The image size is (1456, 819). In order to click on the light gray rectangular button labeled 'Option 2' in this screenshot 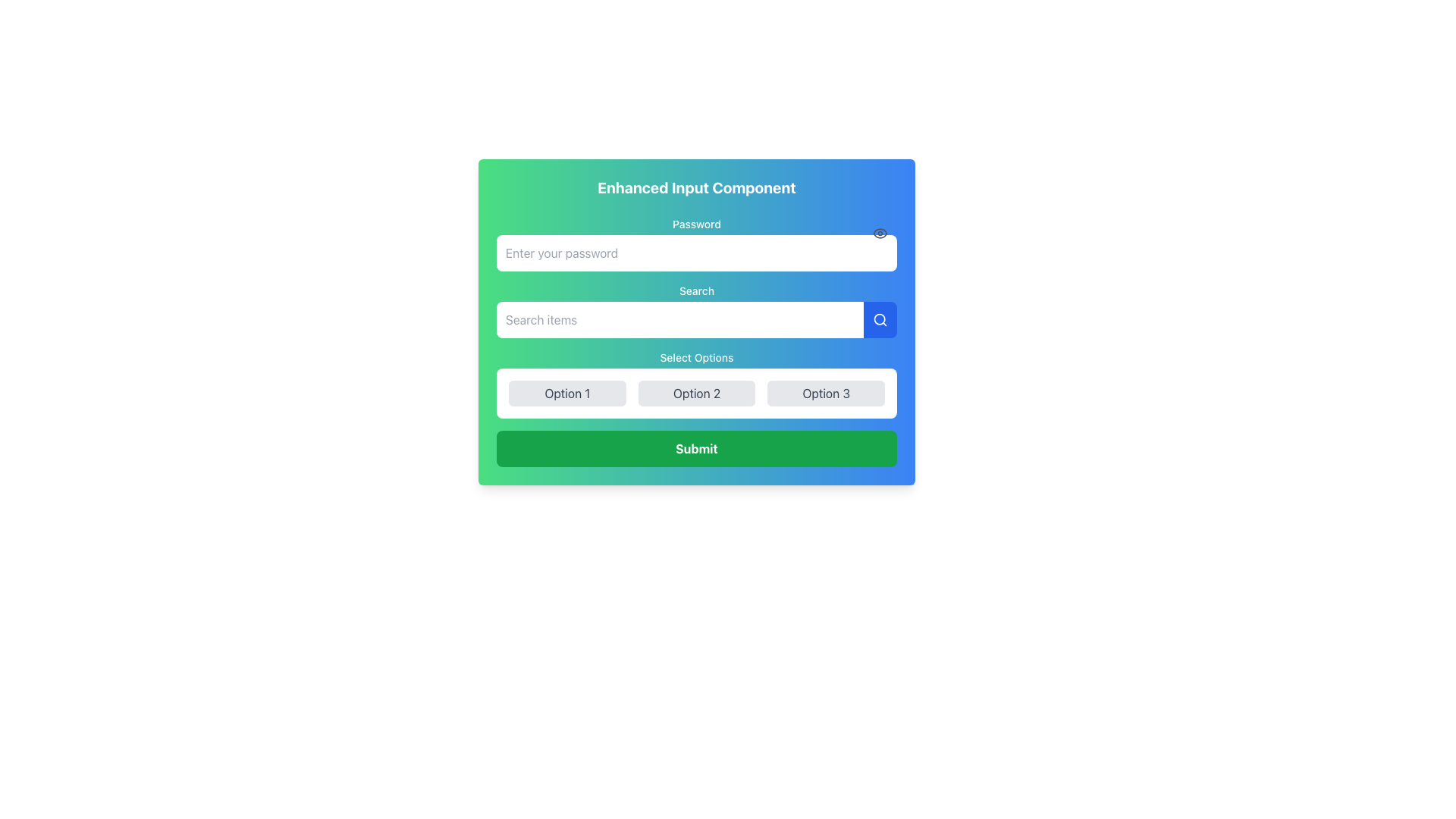, I will do `click(695, 393)`.